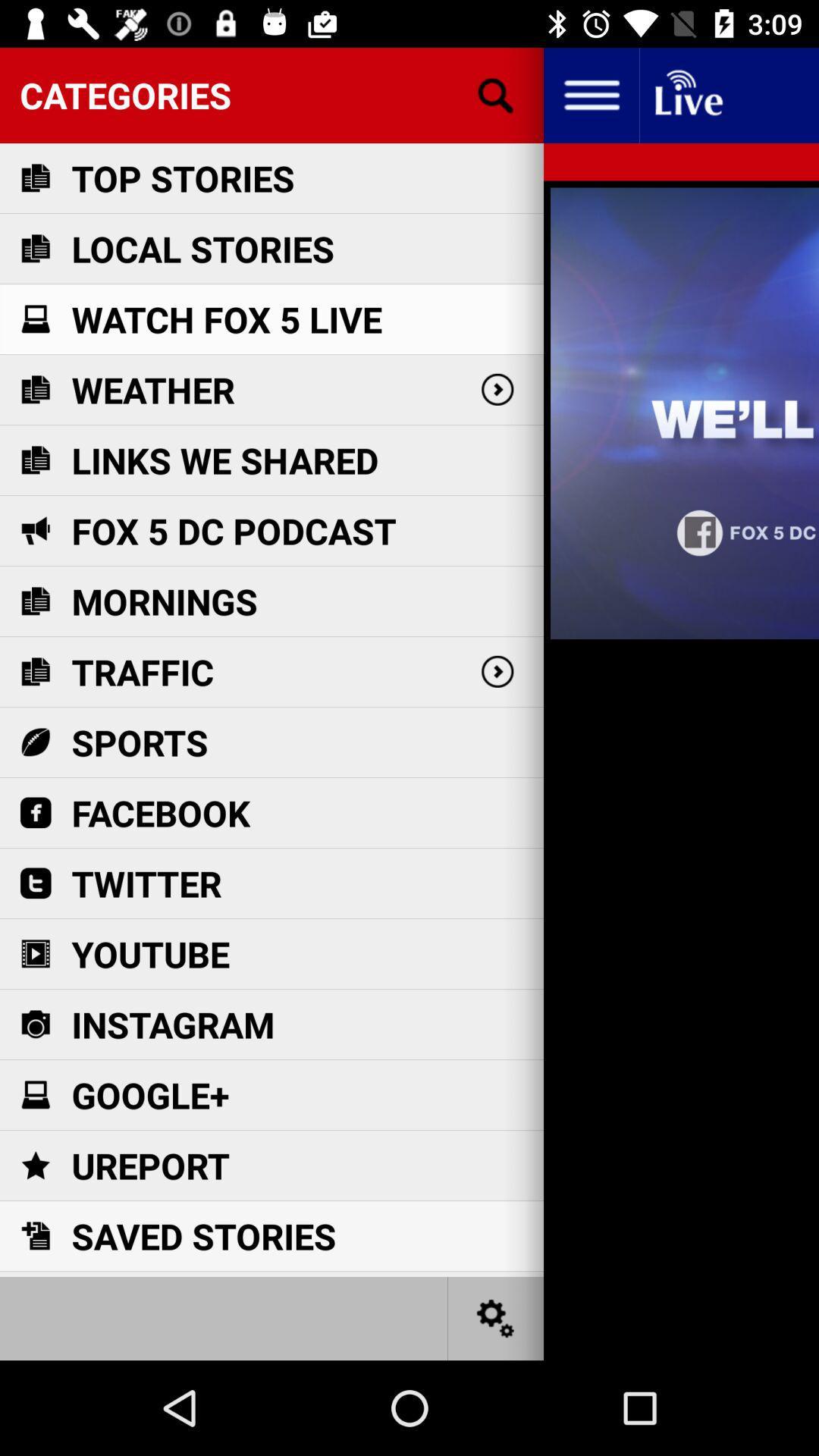 Image resolution: width=819 pixels, height=1456 pixels. Describe the element at coordinates (687, 94) in the screenshot. I see `live stream button` at that location.